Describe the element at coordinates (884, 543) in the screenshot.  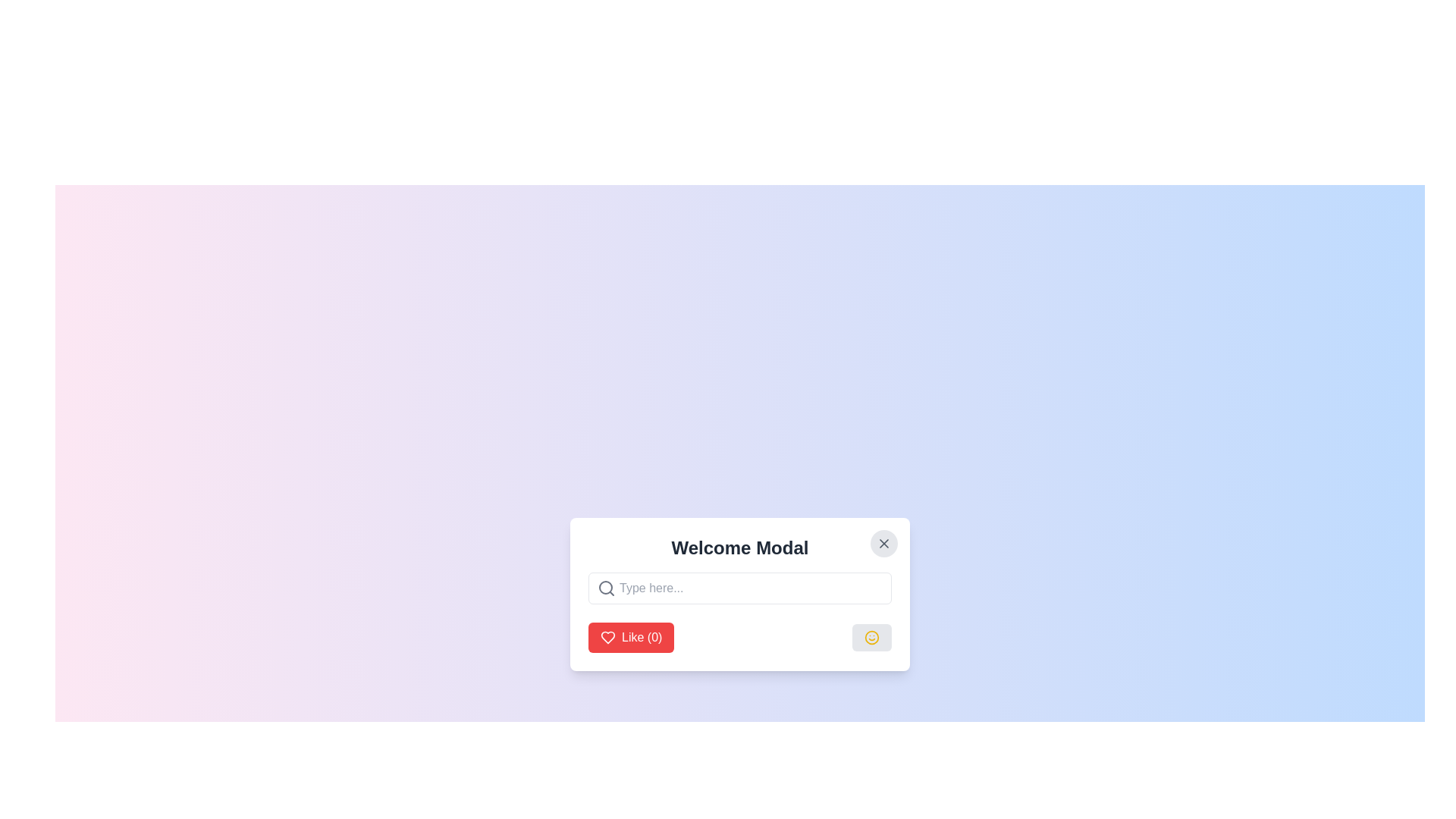
I see `the close button icon represented by an 'X' symbol in the top-right corner of the modal to trigger visual feedback` at that location.